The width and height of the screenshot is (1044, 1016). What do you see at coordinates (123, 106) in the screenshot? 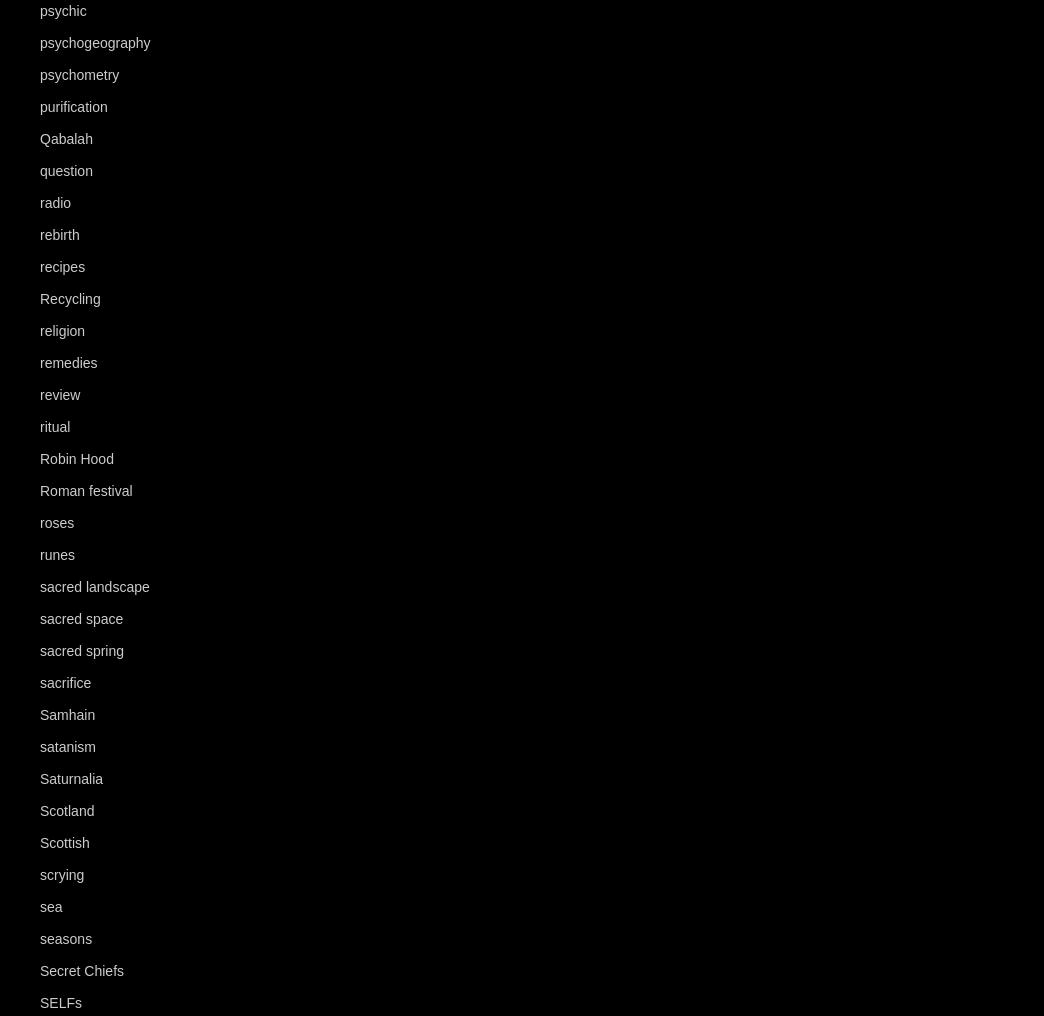
I see `'(21)'` at bounding box center [123, 106].